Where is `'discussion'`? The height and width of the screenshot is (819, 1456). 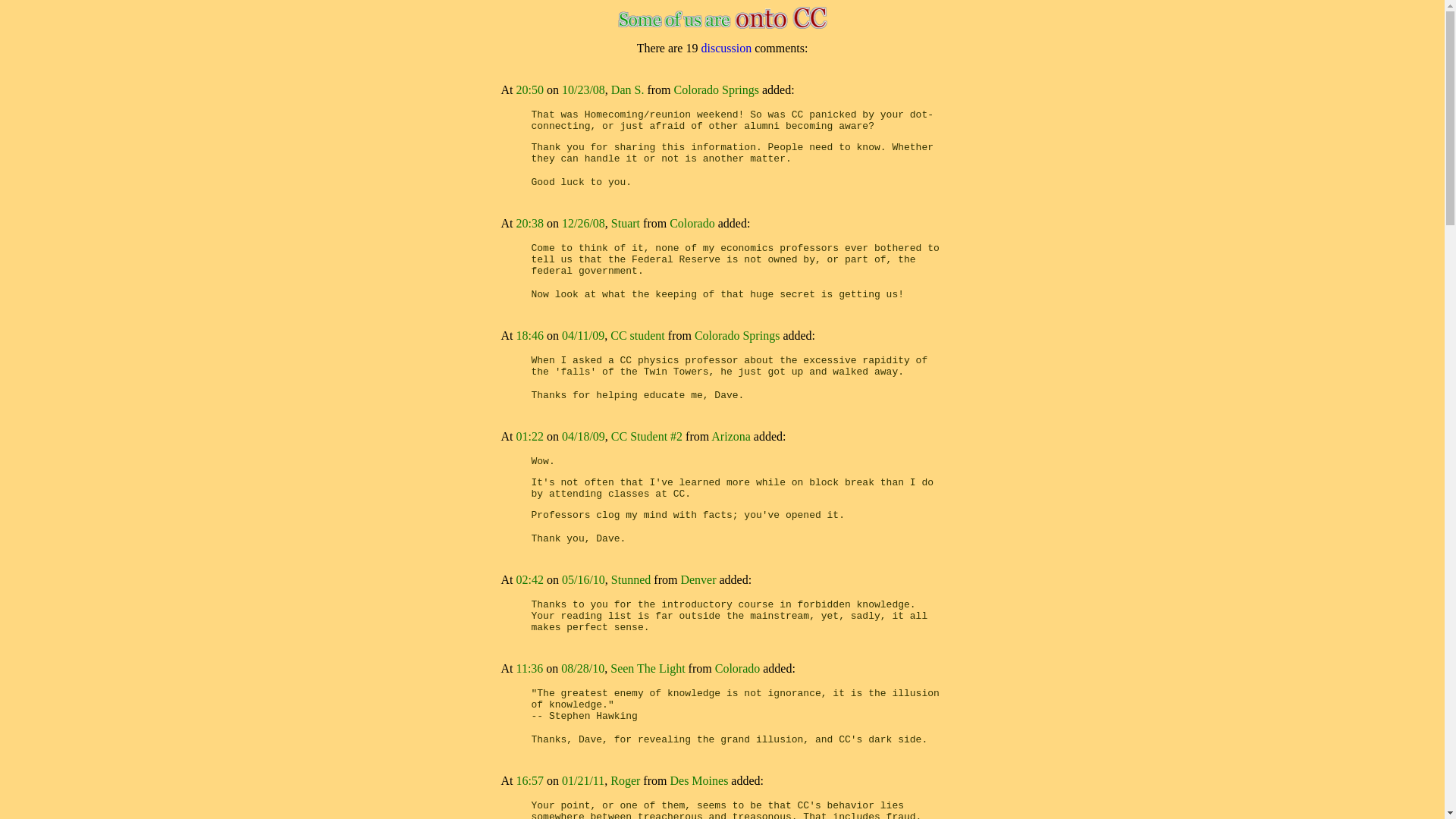 'discussion' is located at coordinates (725, 47).